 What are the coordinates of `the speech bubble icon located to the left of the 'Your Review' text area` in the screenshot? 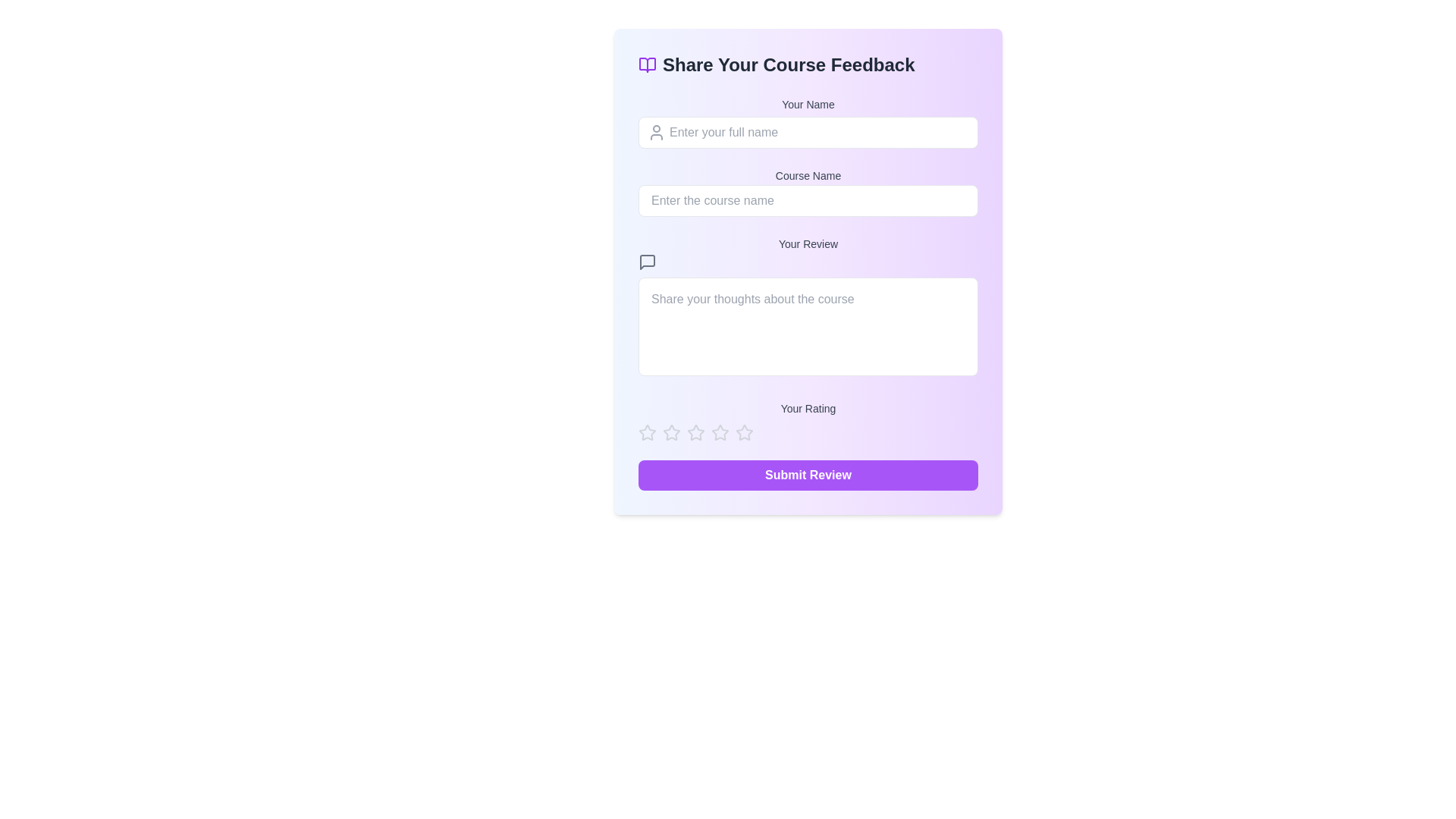 It's located at (648, 262).